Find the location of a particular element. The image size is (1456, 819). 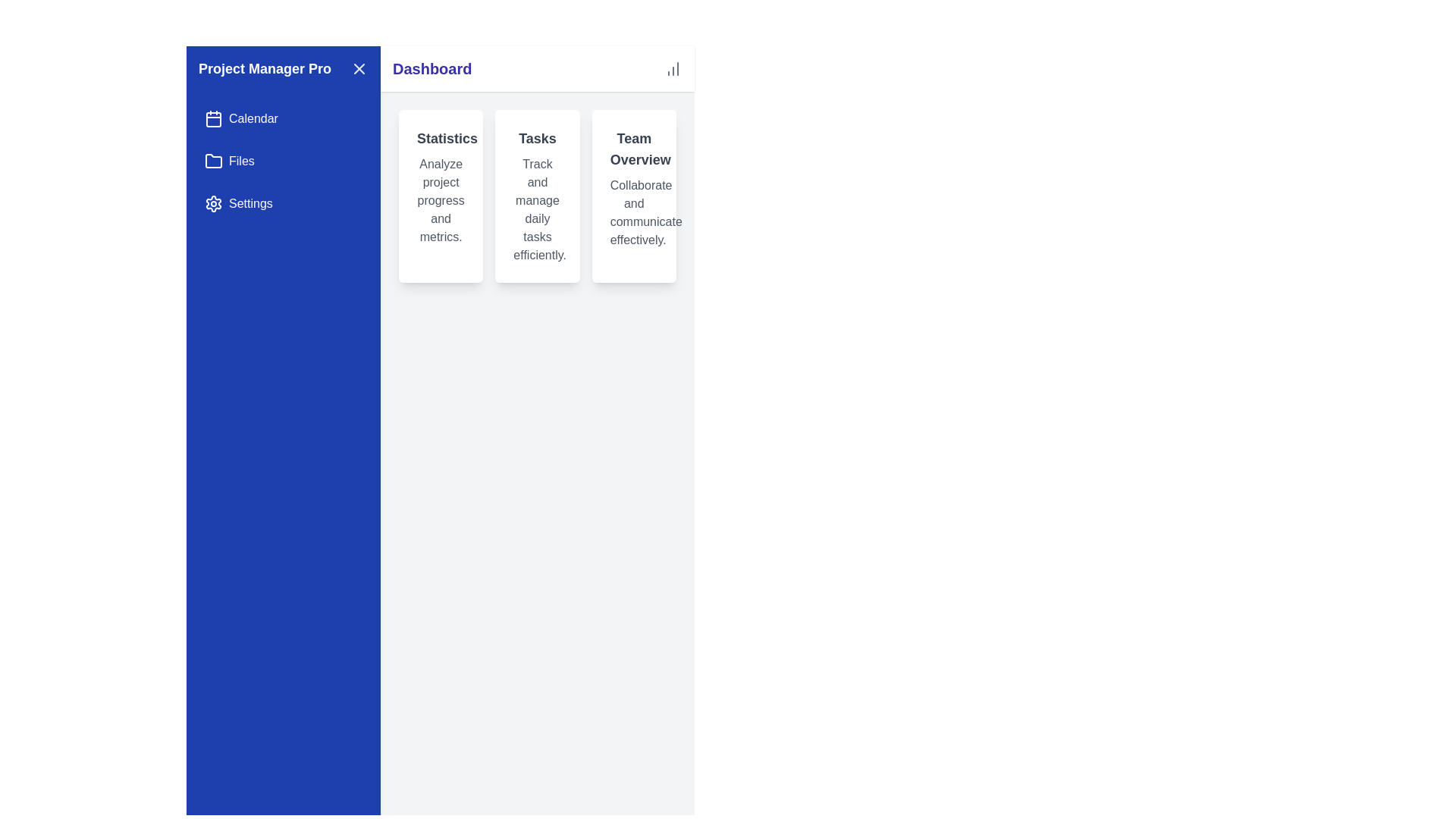

the static textual display reading 'Project Manager Pro' located at the top of the blue vertical navigation sidebar is located at coordinates (284, 69).